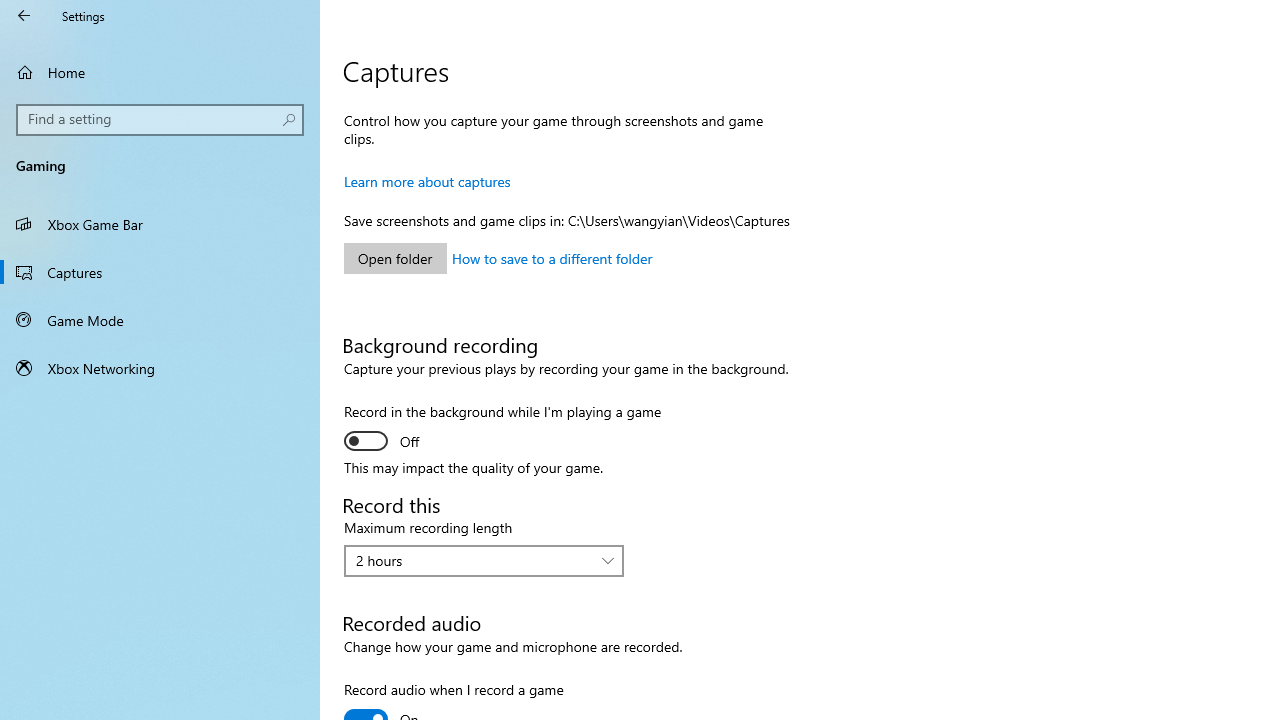 This screenshot has width=1280, height=720. I want to click on 'Game Mode', so click(160, 319).